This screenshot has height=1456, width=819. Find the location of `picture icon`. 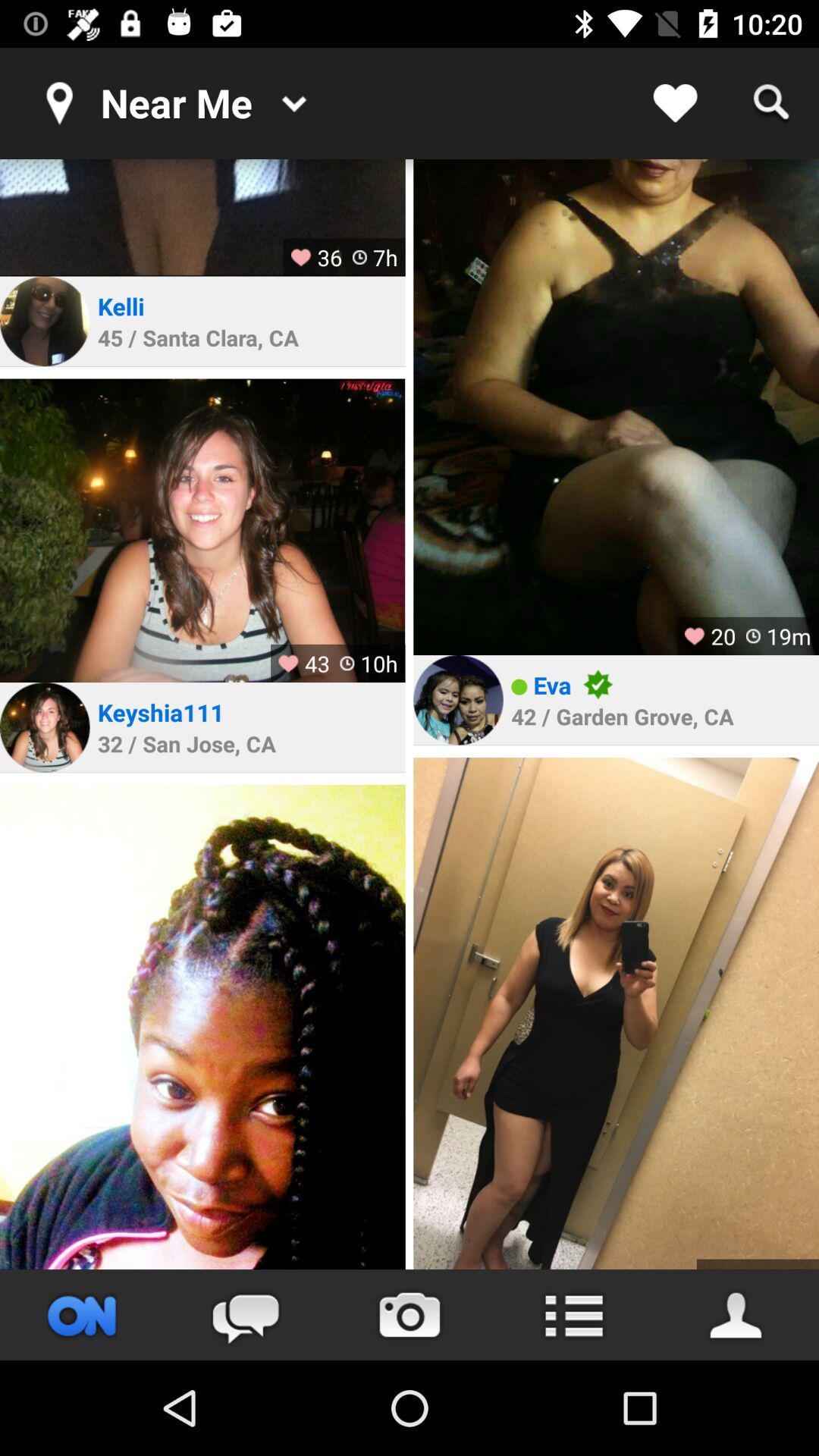

picture icon is located at coordinates (44, 320).